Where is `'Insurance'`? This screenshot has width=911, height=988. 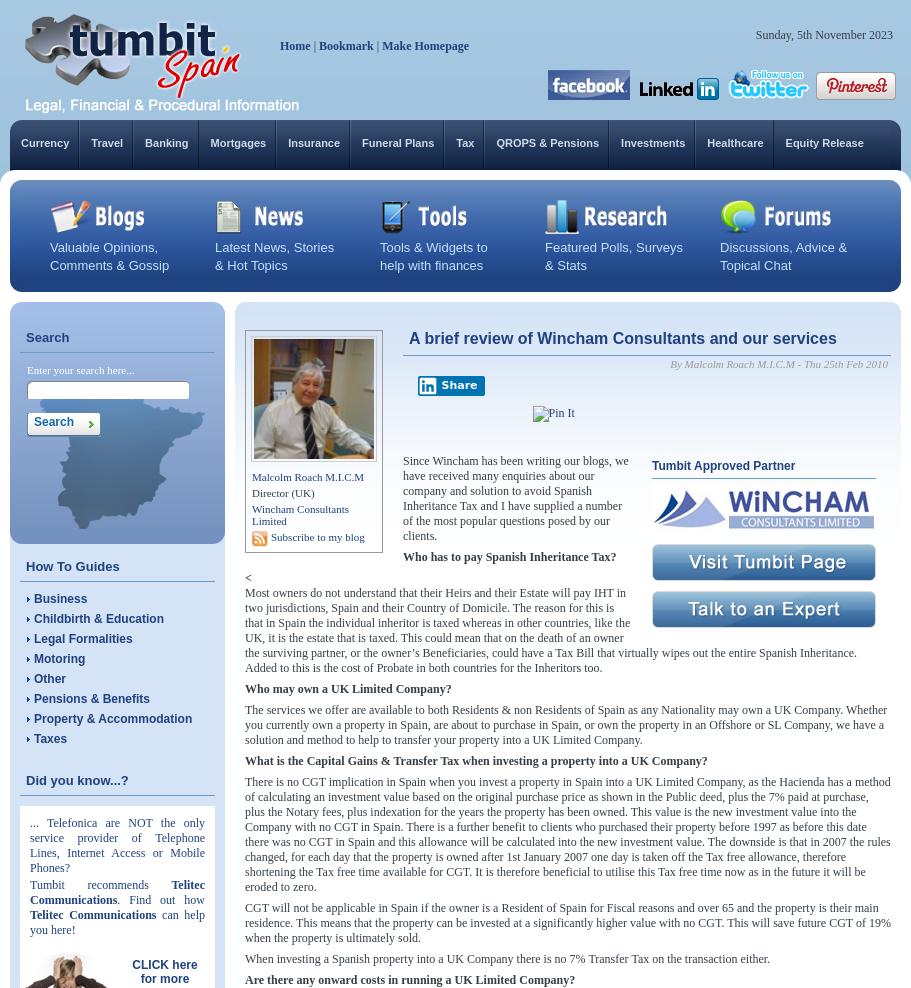 'Insurance' is located at coordinates (287, 141).